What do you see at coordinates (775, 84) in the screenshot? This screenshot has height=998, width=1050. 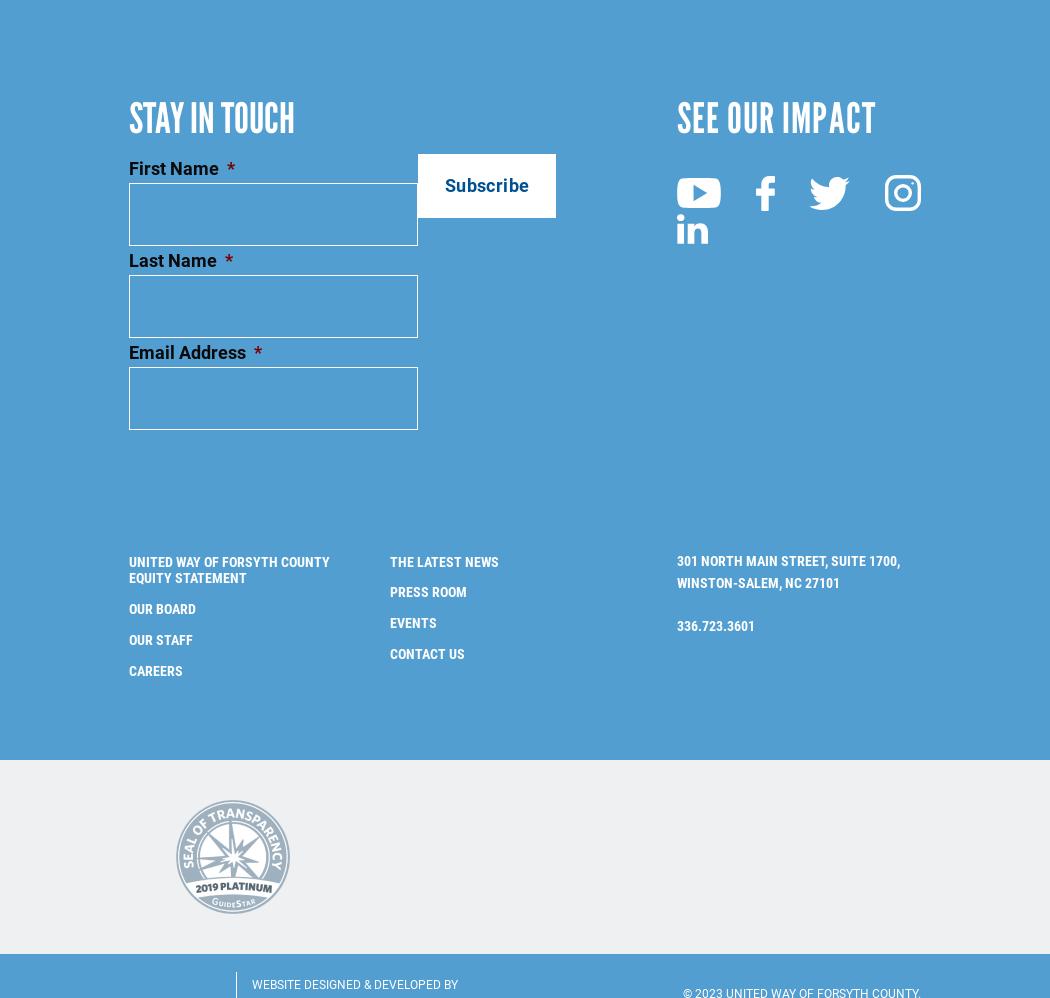 I see `'See Our Impact'` at bounding box center [775, 84].